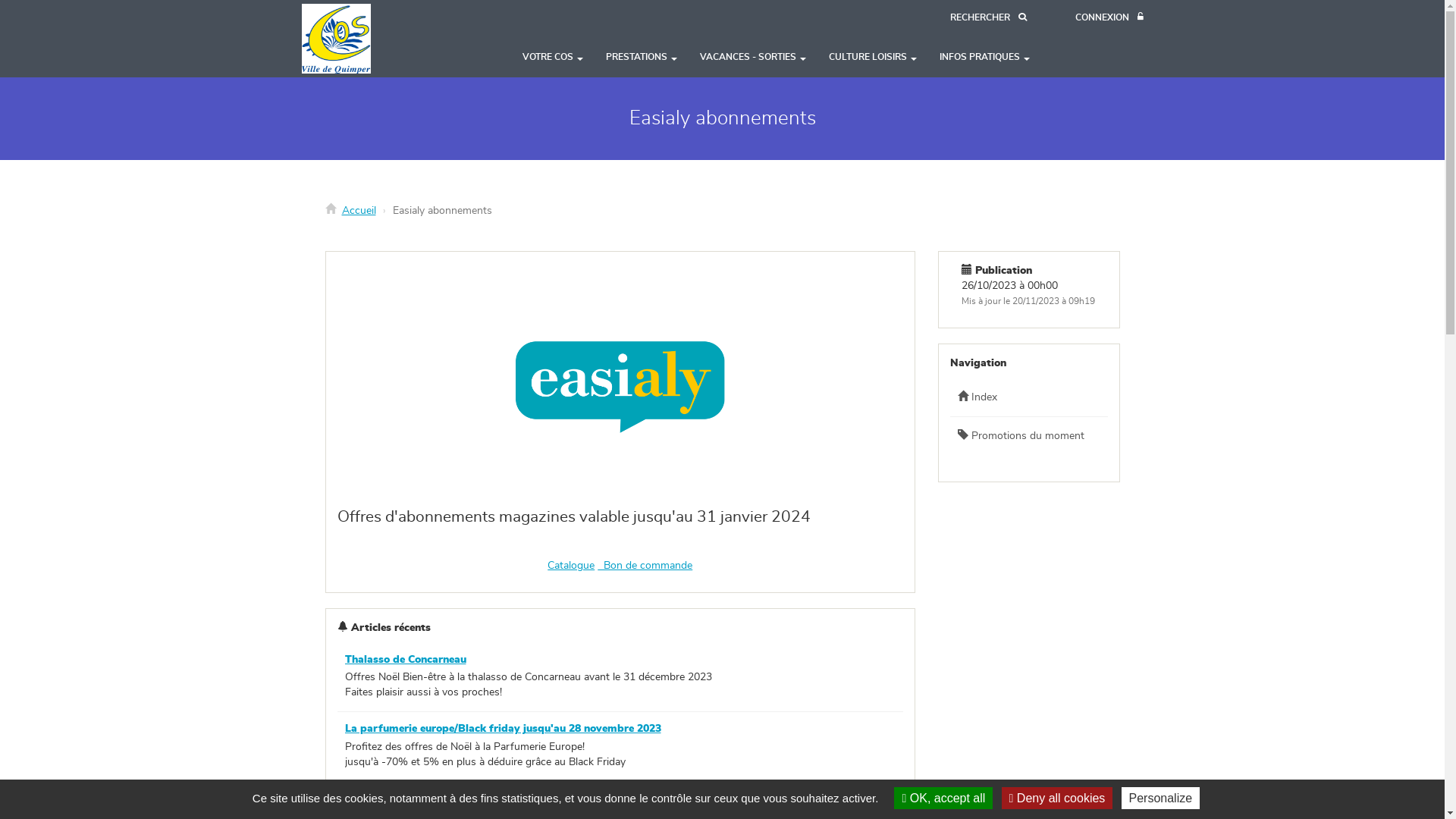 This screenshot has width=1456, height=819. What do you see at coordinates (1056, 797) in the screenshot?
I see `'Deny all cookies'` at bounding box center [1056, 797].